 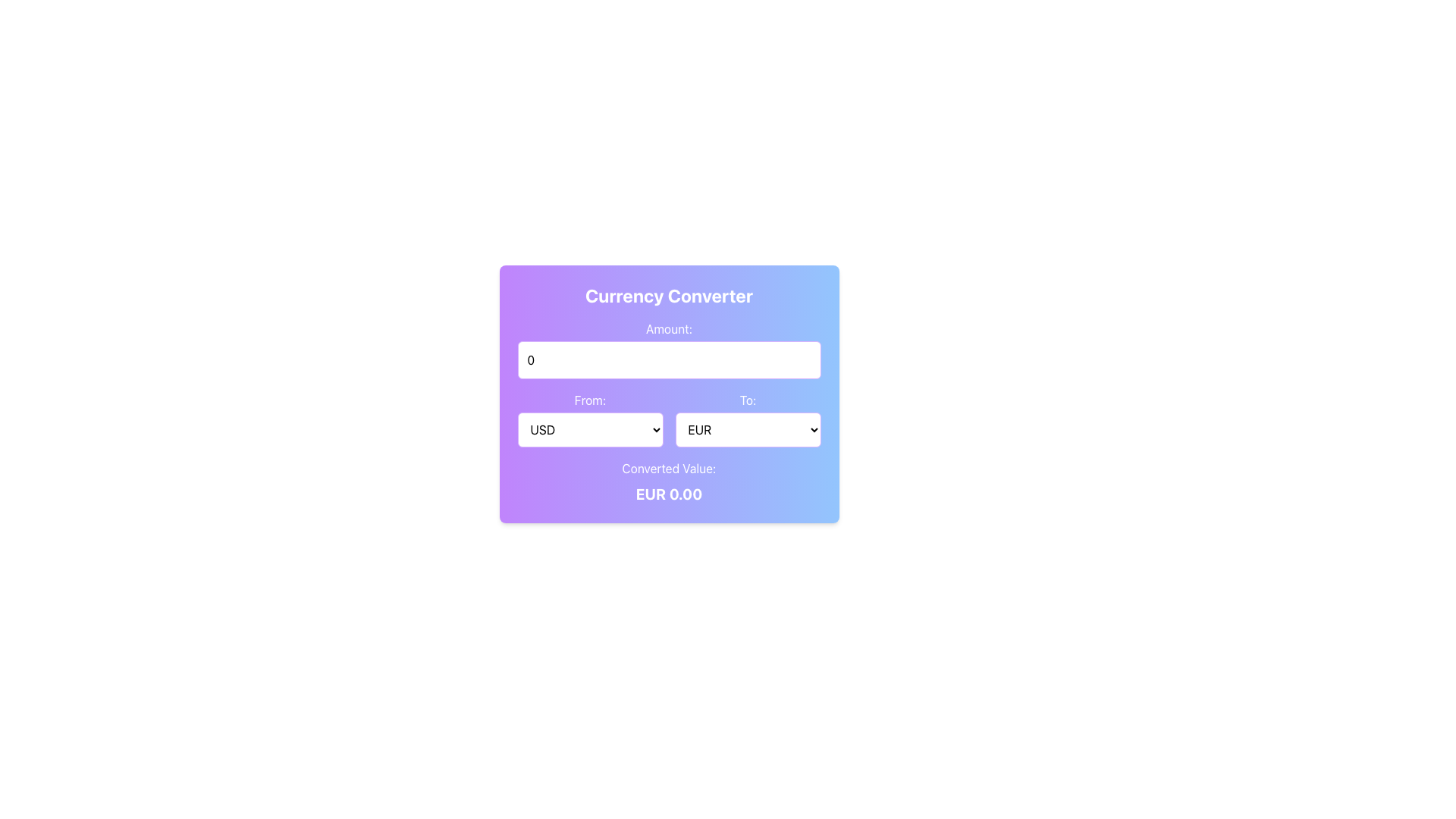 What do you see at coordinates (589, 400) in the screenshot?
I see `the text label displaying 'From:' which is styled in white on a gradient purple-to-blue background, located above the 'USD' dropdown in the currency conversion interface` at bounding box center [589, 400].